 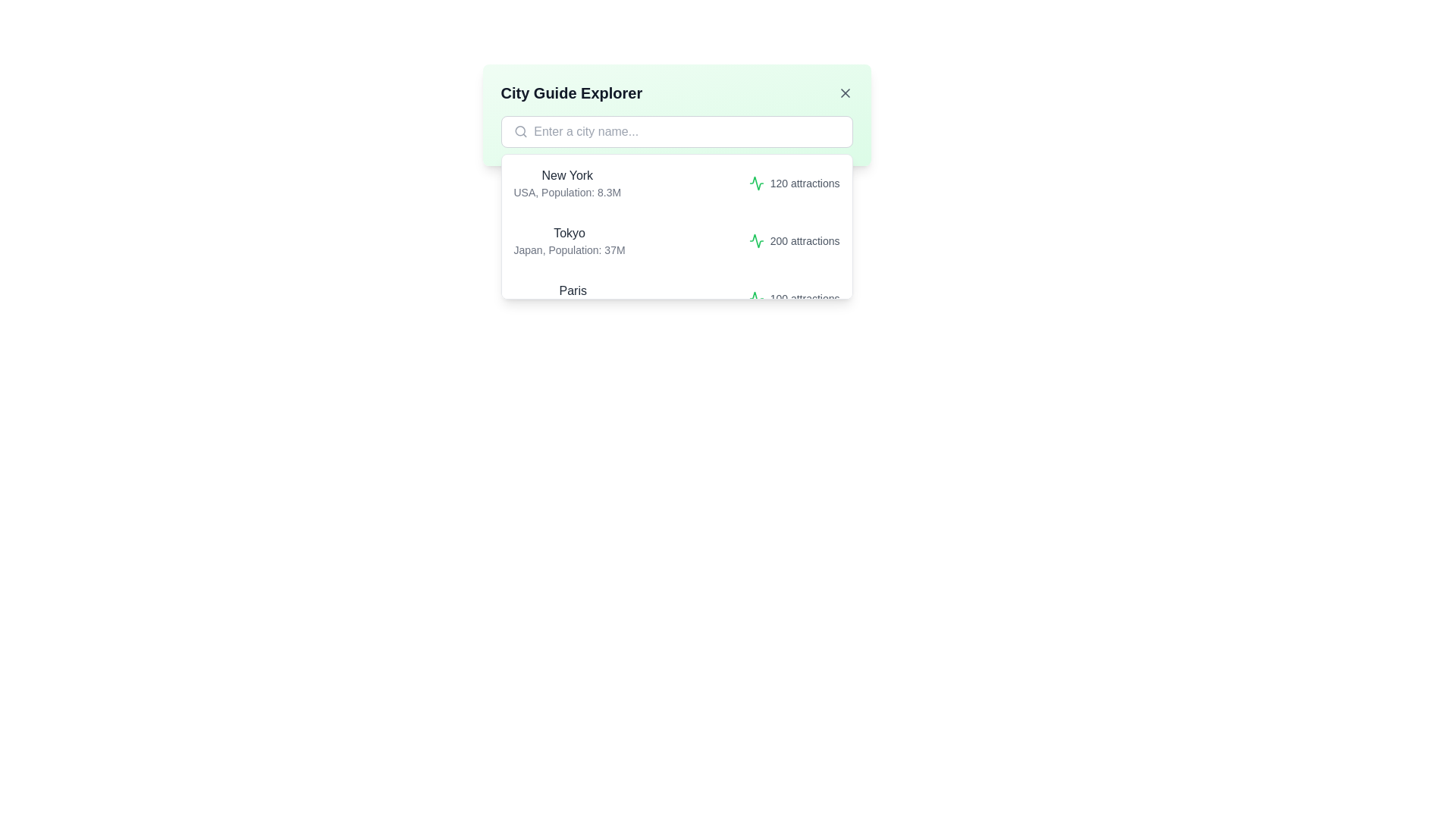 I want to click on information displayed in the textual element showing 'TokyoJapan, Population: 37M' in the modal titled 'City Guide Explorer', so click(x=569, y=240).